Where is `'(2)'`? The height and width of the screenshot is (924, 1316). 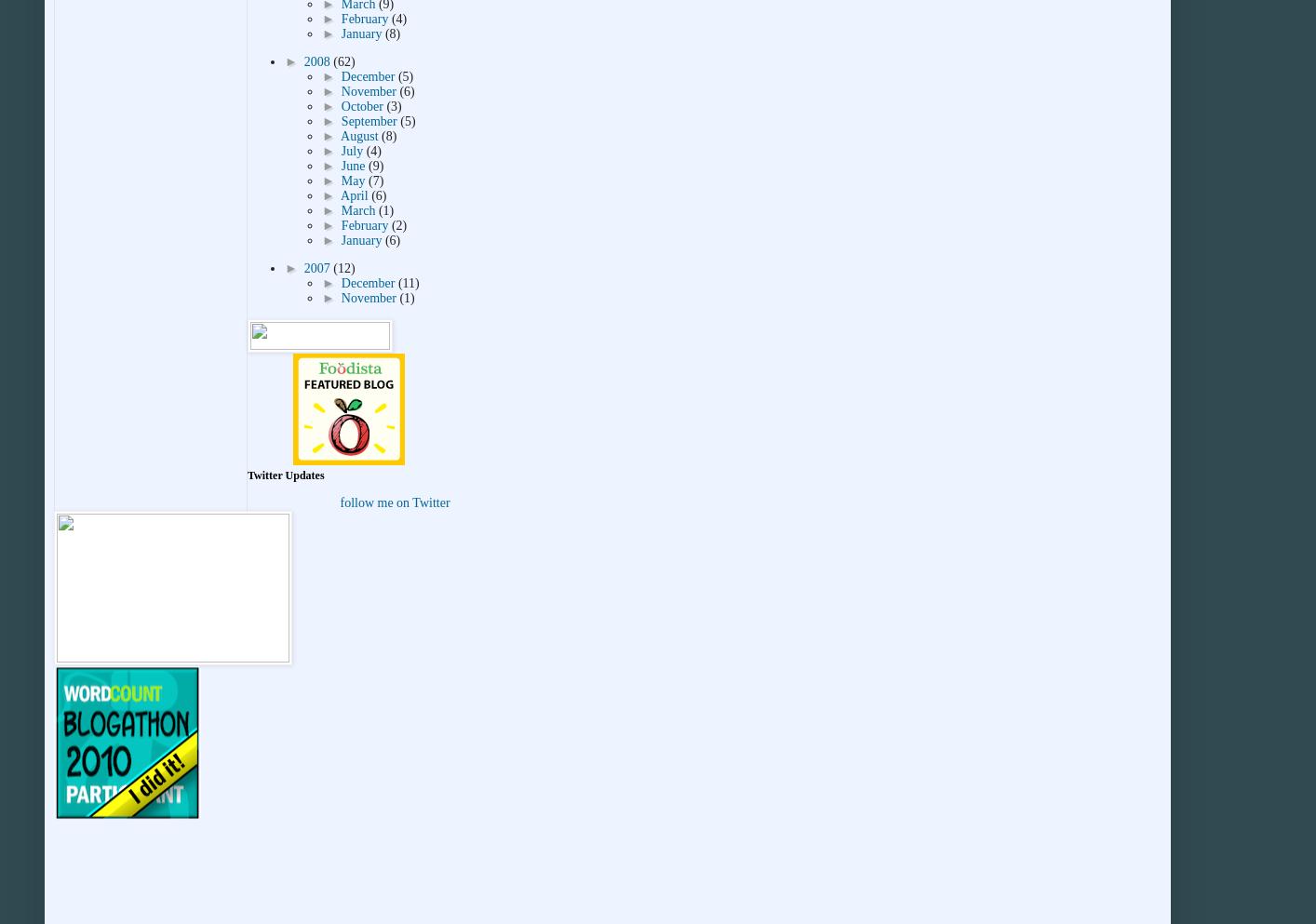
'(2)' is located at coordinates (389, 224).